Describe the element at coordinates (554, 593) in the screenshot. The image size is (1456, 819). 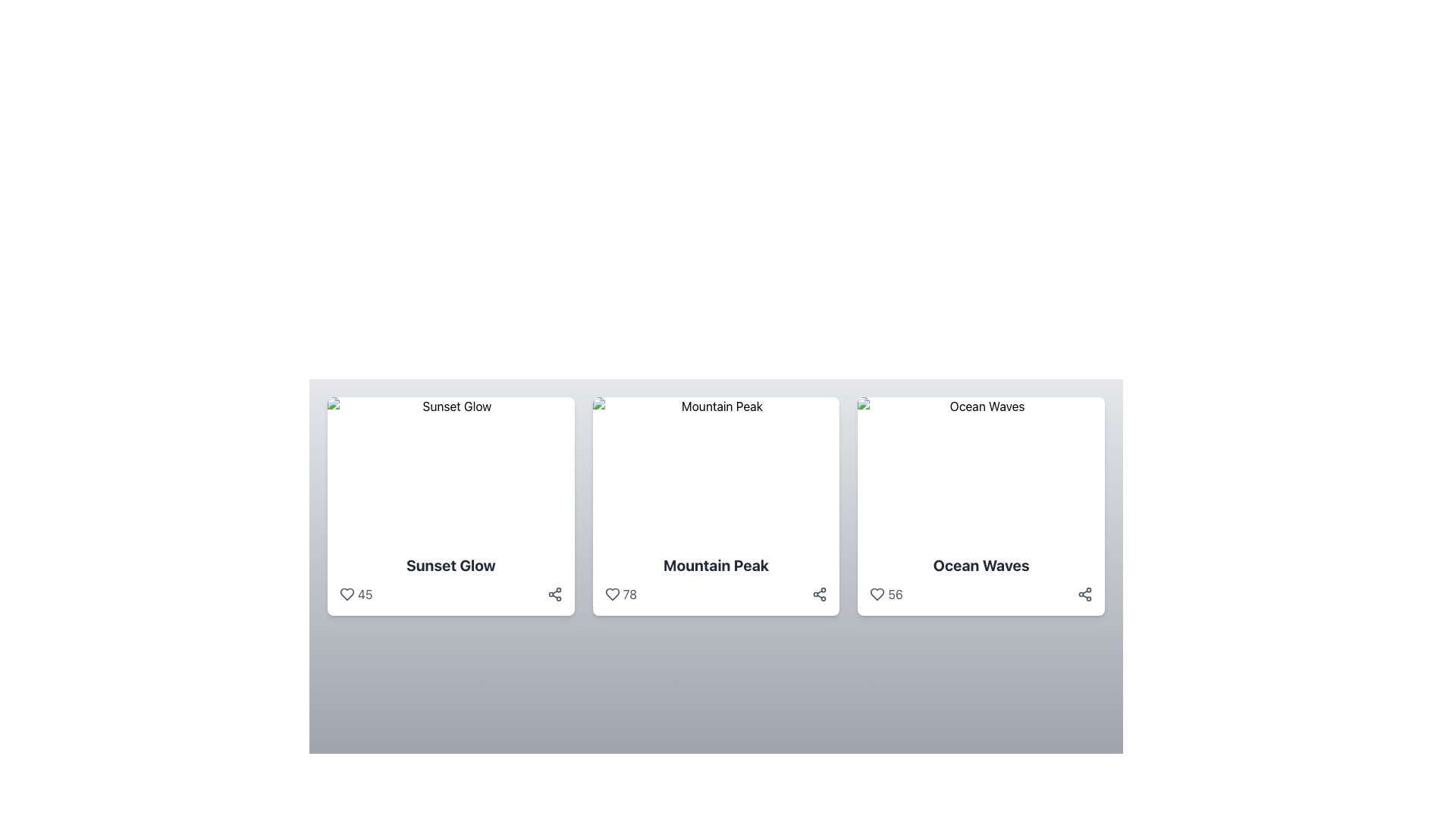
I see `the share icon button located in the bottom-right corner of the 'Sunset Glow' card` at that location.